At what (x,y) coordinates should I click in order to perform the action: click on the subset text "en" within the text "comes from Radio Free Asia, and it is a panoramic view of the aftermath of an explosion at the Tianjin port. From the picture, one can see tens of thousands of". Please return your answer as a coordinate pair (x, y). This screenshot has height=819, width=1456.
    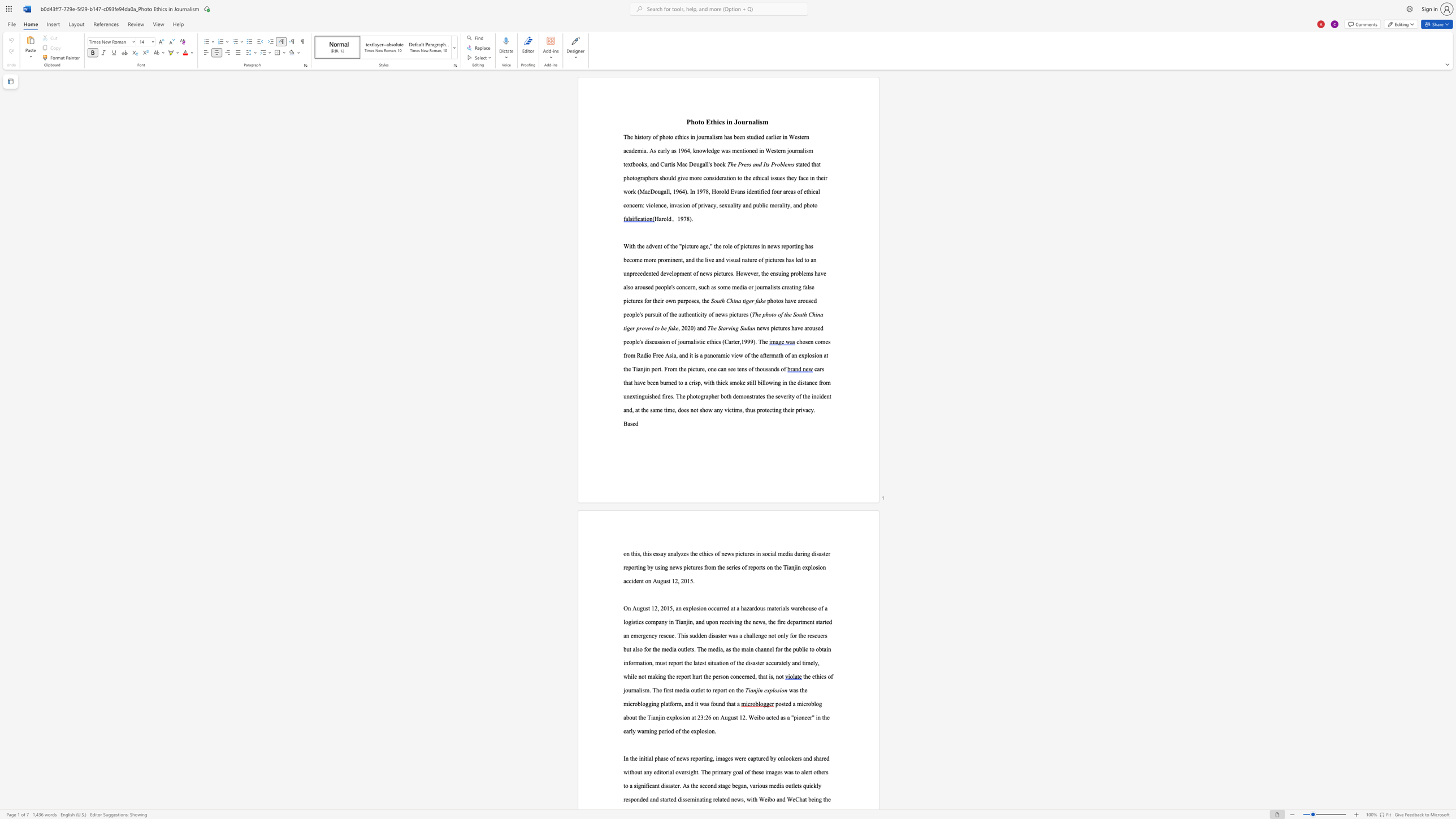
    Looking at the image, I should click on (739, 369).